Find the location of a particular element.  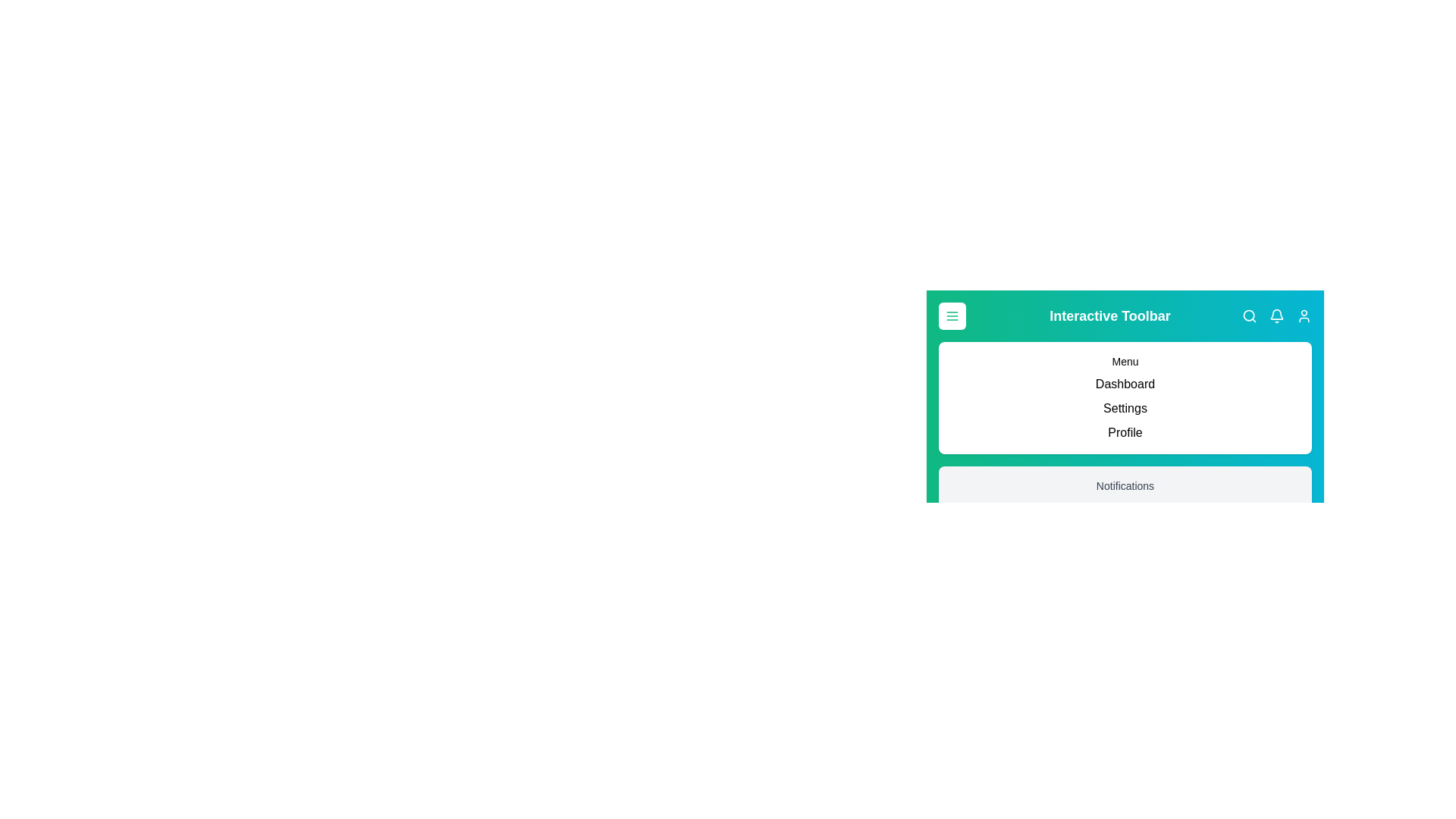

the user profile icon is located at coordinates (1303, 315).